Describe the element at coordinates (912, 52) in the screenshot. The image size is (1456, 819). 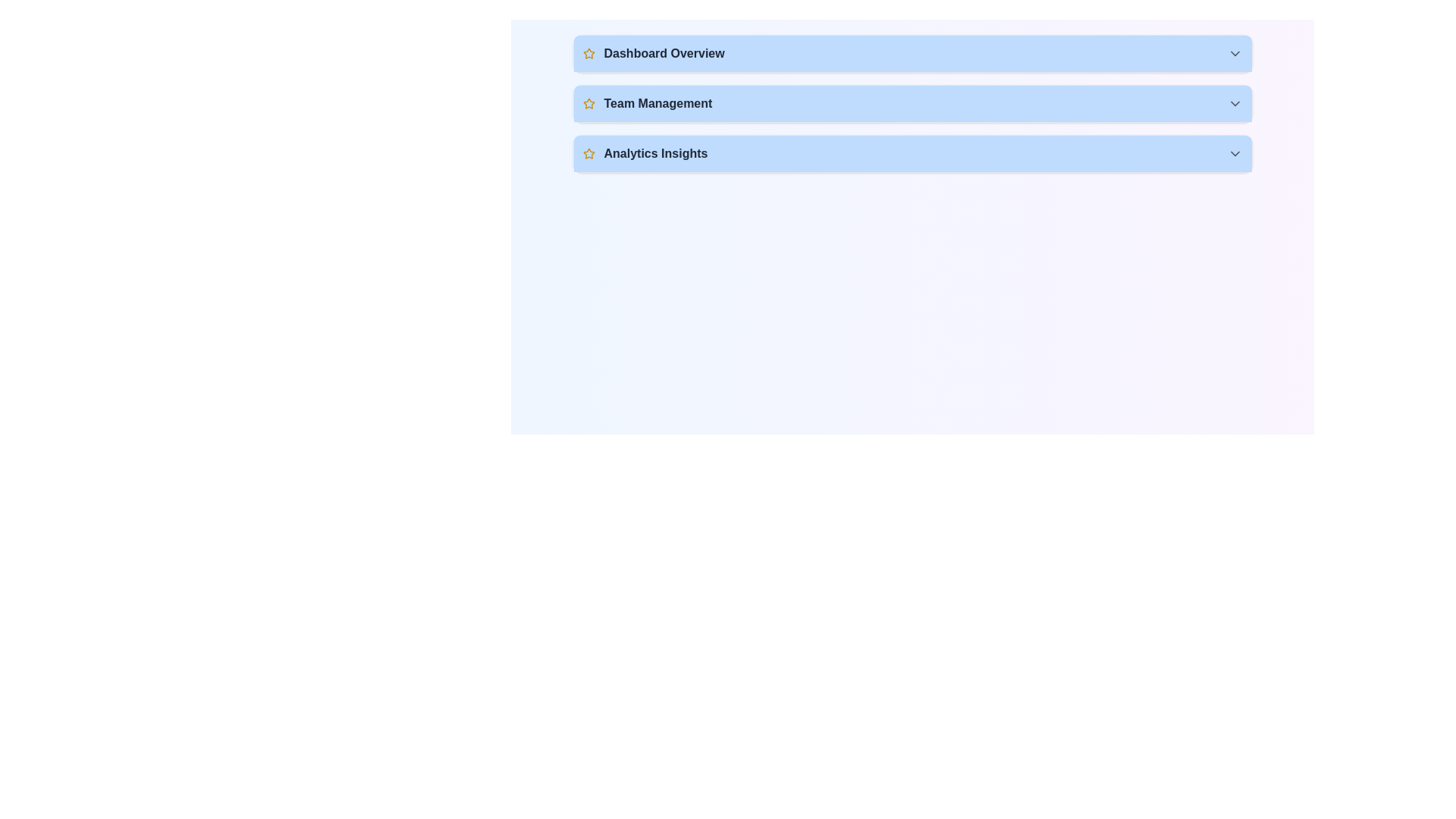
I see `the Navigation Tab located at the top of the tab bar, which leads to the dashboard overview section` at that location.